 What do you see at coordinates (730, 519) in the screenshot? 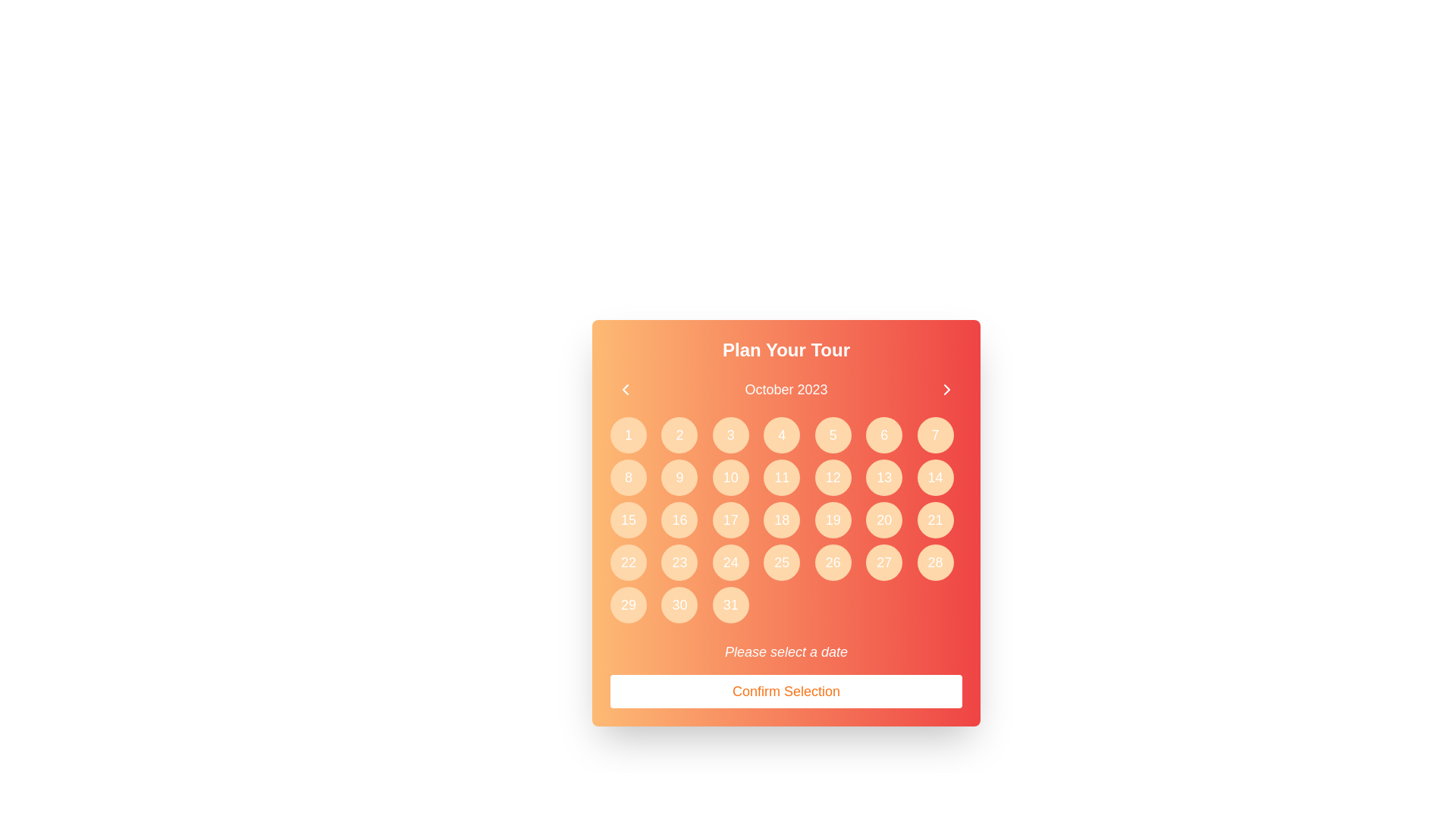
I see `the circular button labeled '17' in the calendar grid` at bounding box center [730, 519].